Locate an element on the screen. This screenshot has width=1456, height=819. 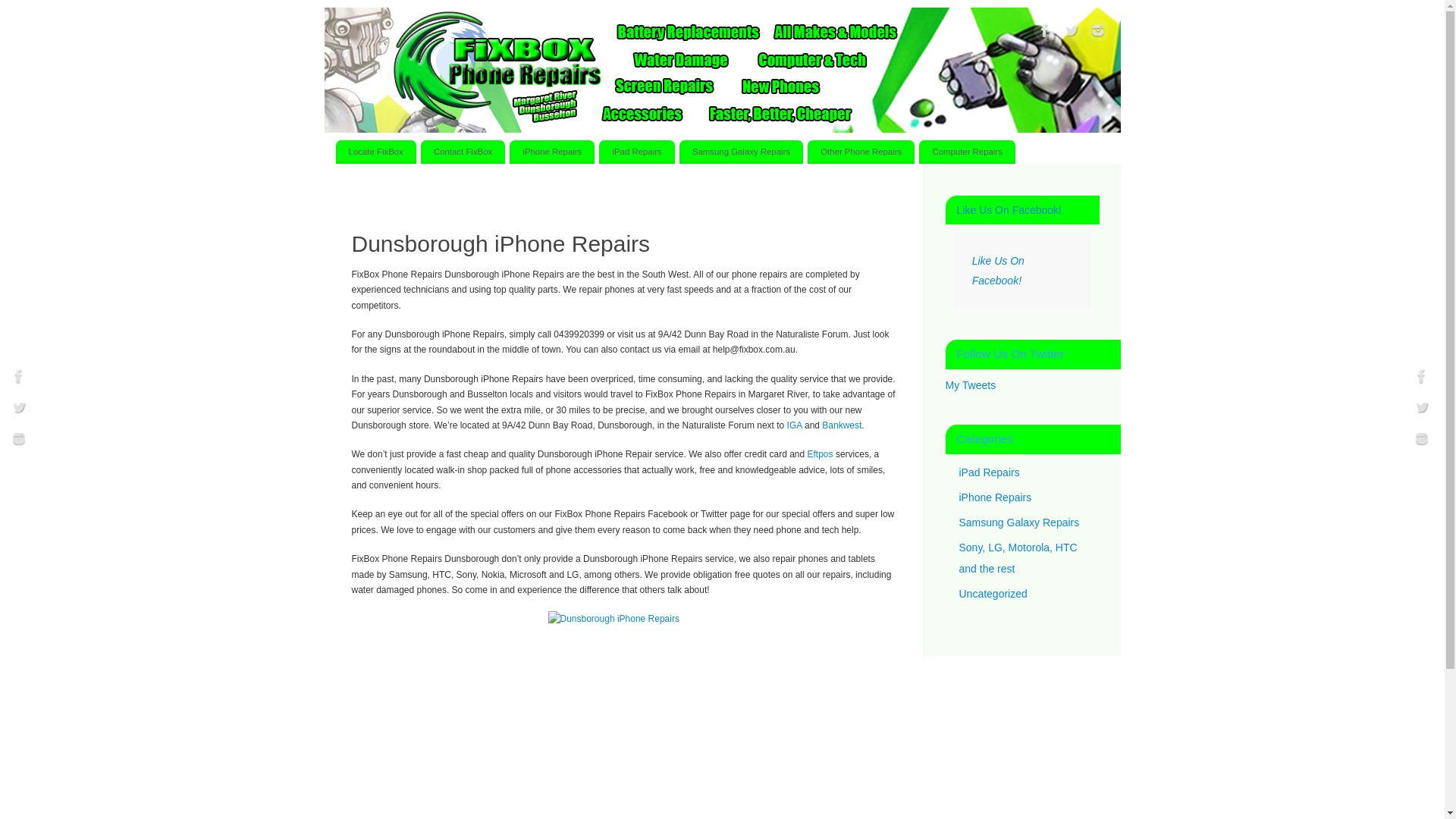
'Instagram' is located at coordinates (1421, 441).